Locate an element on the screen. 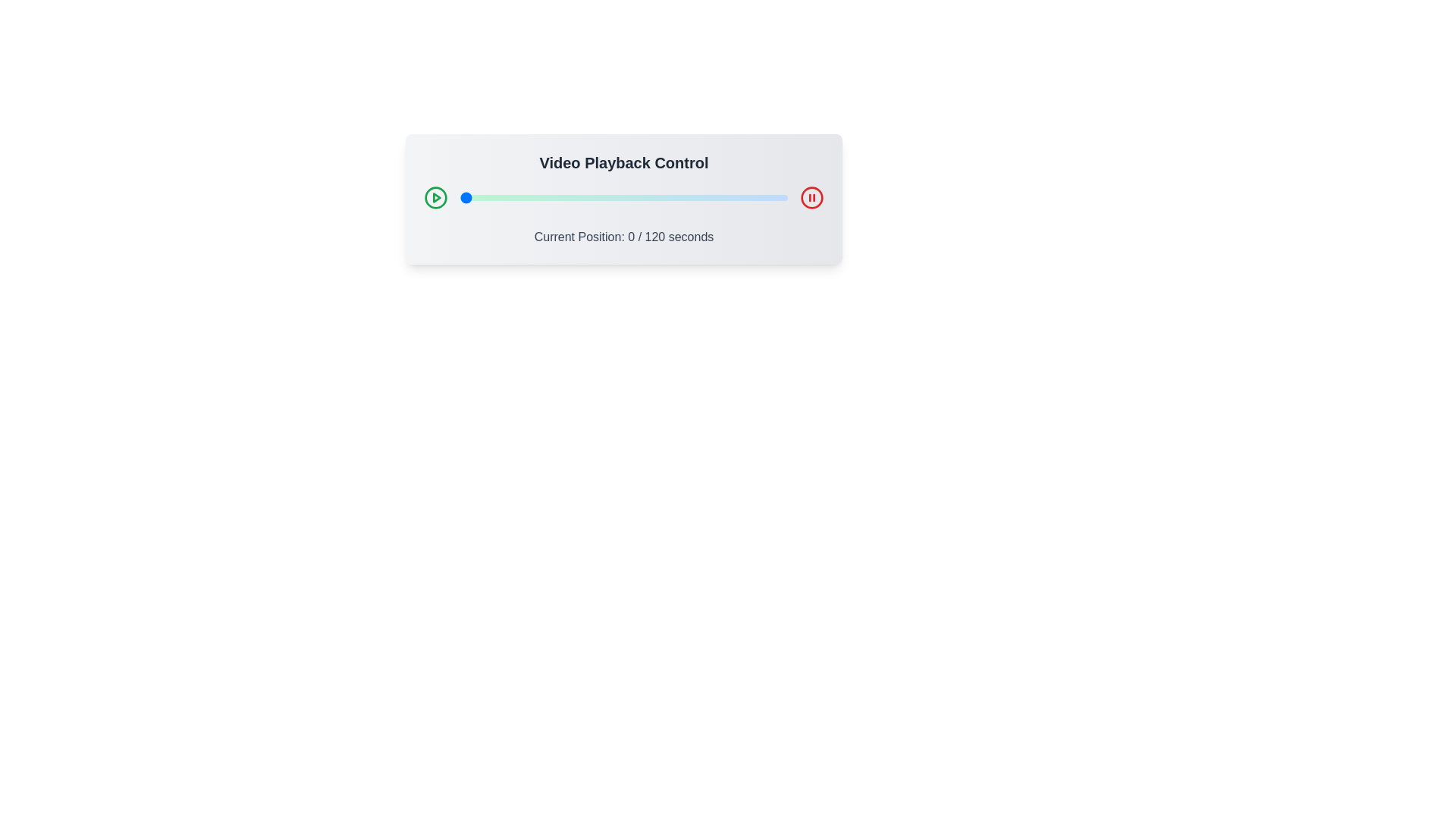  the video playback slider to 102 seconds is located at coordinates (739, 197).